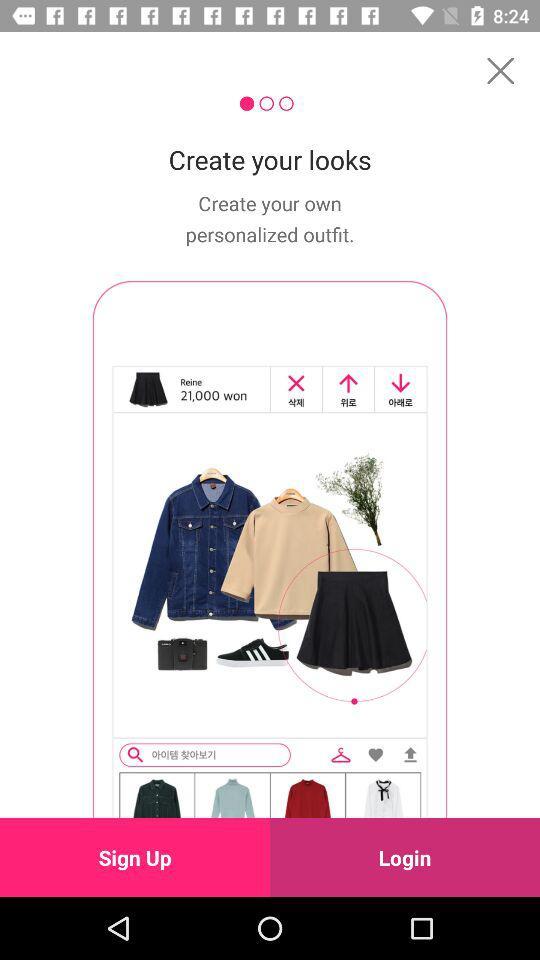 The image size is (540, 960). What do you see at coordinates (405, 856) in the screenshot?
I see `the icon to the right of sign up icon` at bounding box center [405, 856].